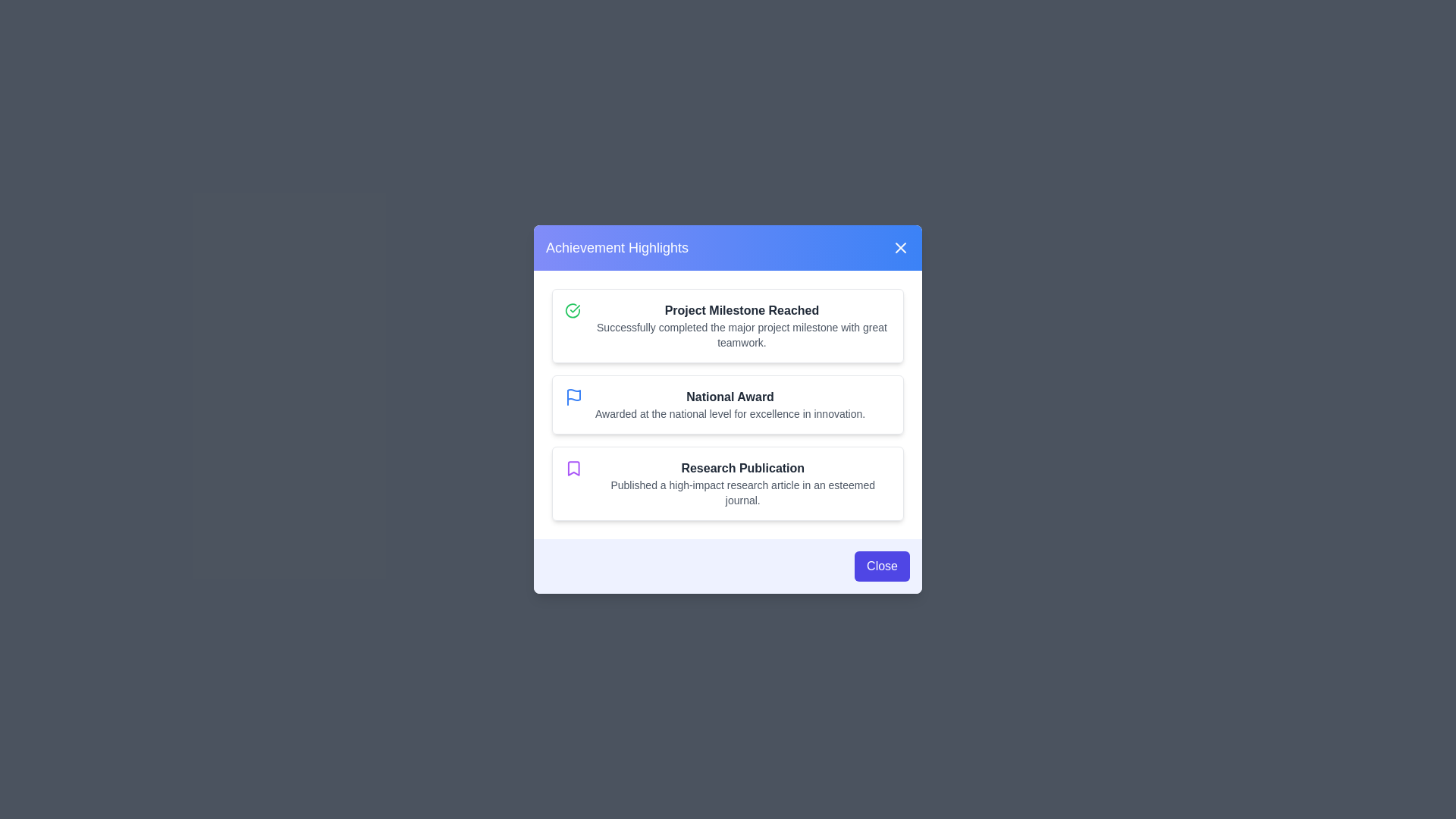 The width and height of the screenshot is (1456, 819). Describe the element at coordinates (572, 309) in the screenshot. I see `the success indicator icon located at the top-left of the 'Achievement Highlights' modal, next to the text 'Project Milestone Reached'` at that location.